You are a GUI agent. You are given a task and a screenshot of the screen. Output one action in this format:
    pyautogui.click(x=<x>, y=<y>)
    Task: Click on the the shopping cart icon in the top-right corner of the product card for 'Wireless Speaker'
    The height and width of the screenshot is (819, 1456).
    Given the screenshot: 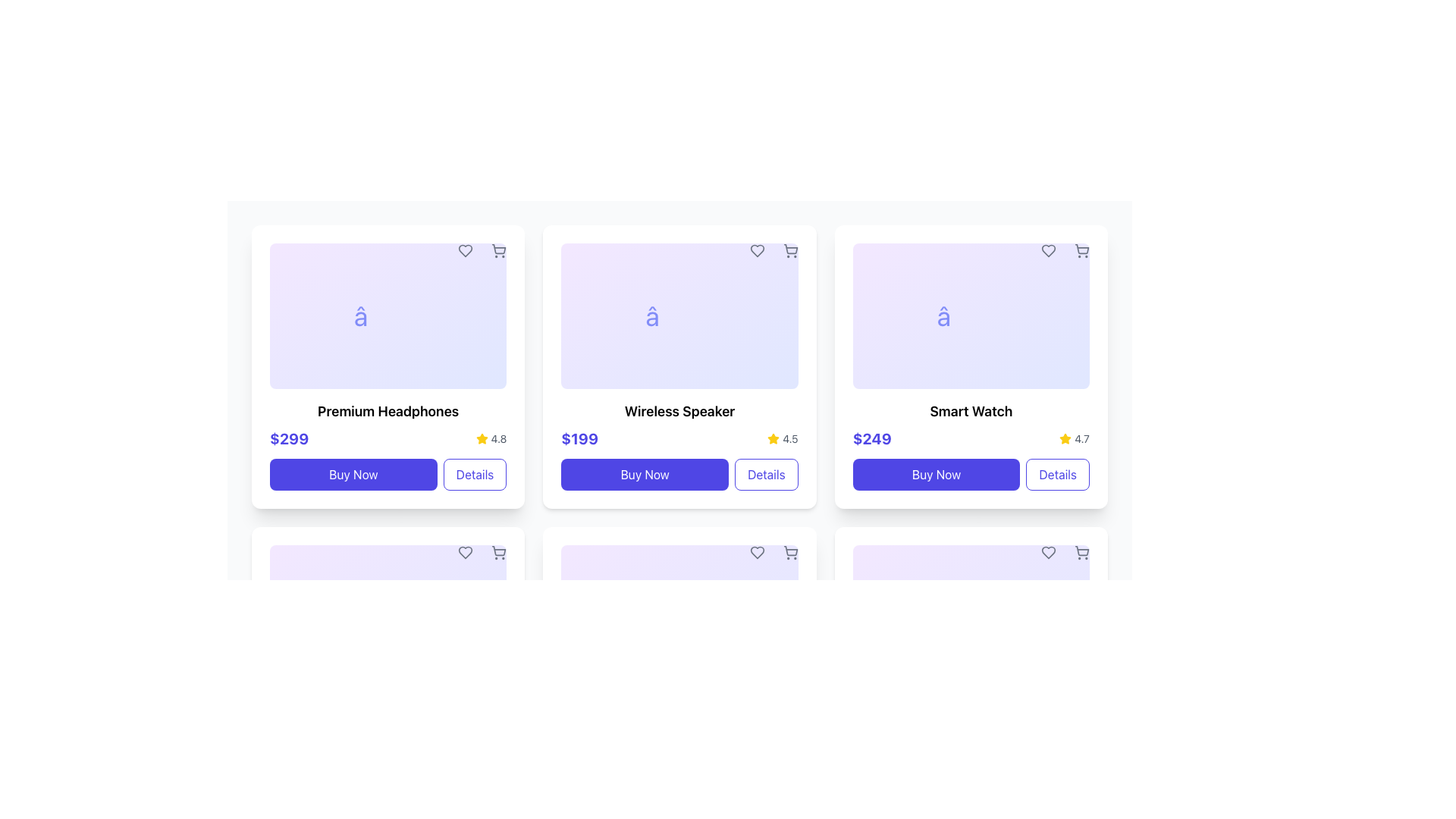 What is the action you would take?
    pyautogui.click(x=789, y=250)
    